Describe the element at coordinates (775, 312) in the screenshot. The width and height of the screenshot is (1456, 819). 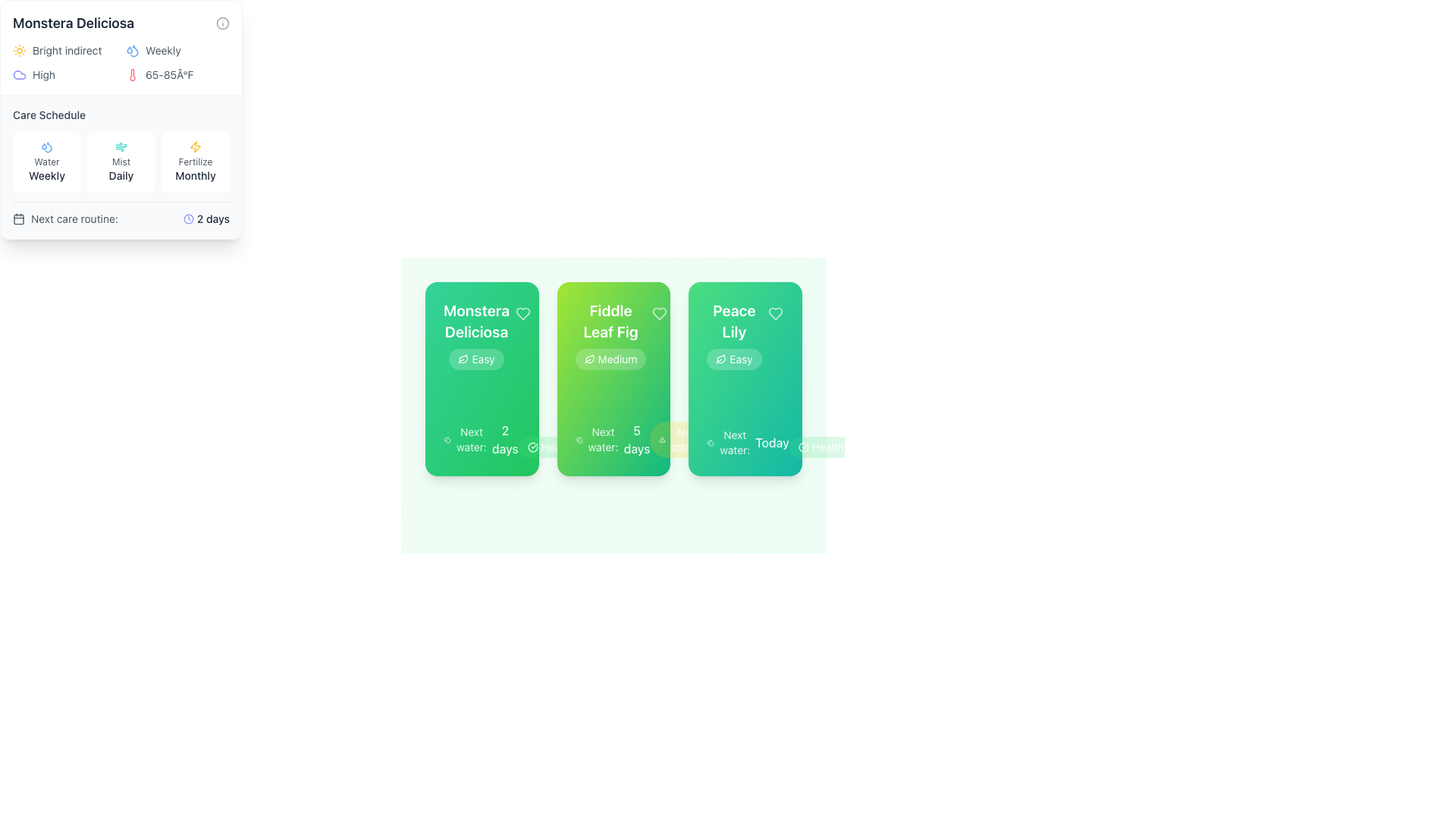
I see `the heart icon located in the top-right corner of the 'Peace Lily' card` at that location.